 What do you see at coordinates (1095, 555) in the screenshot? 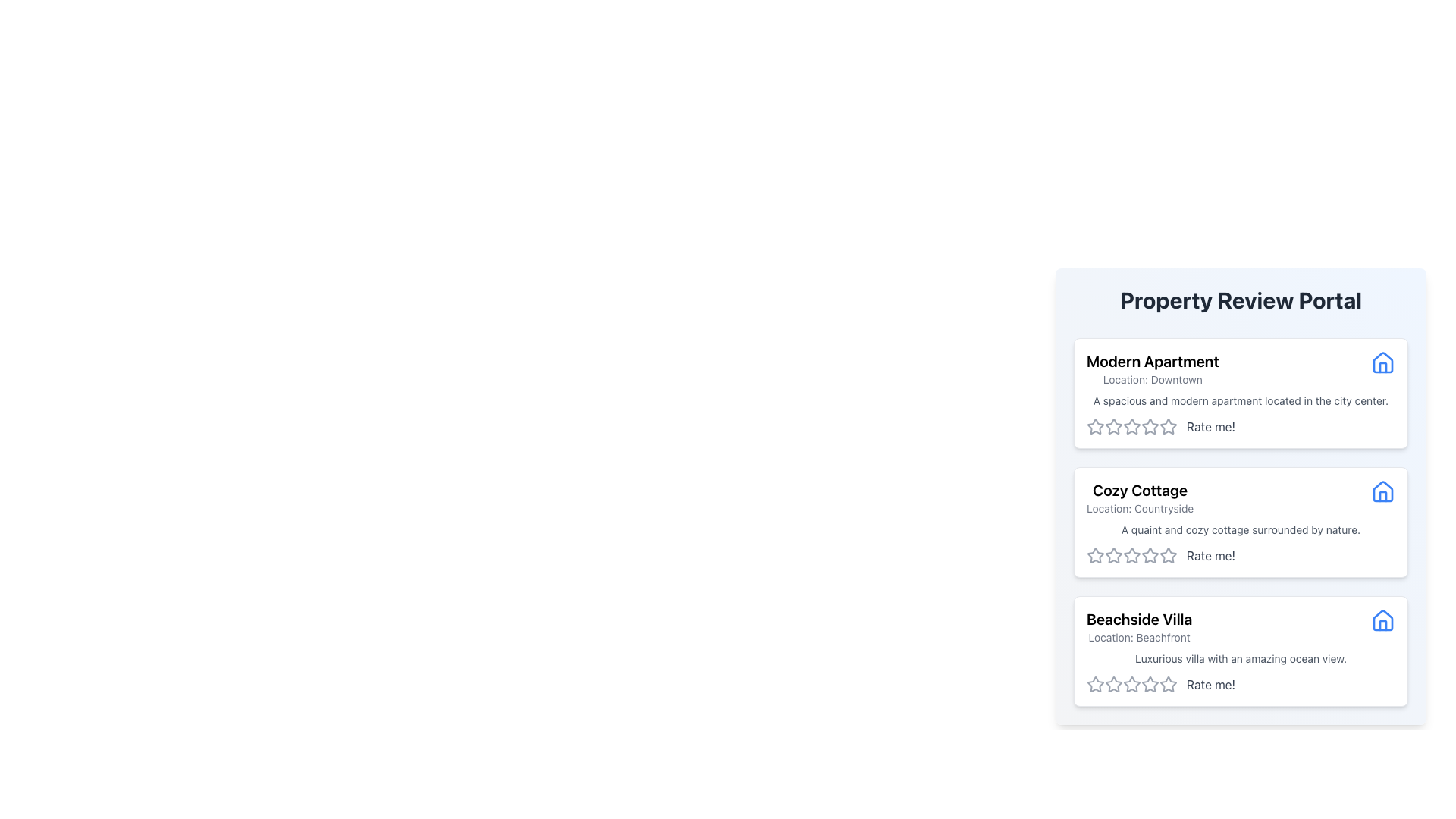
I see `the first star icon in the rating system for the 'Cozy Cottage' property card` at bounding box center [1095, 555].